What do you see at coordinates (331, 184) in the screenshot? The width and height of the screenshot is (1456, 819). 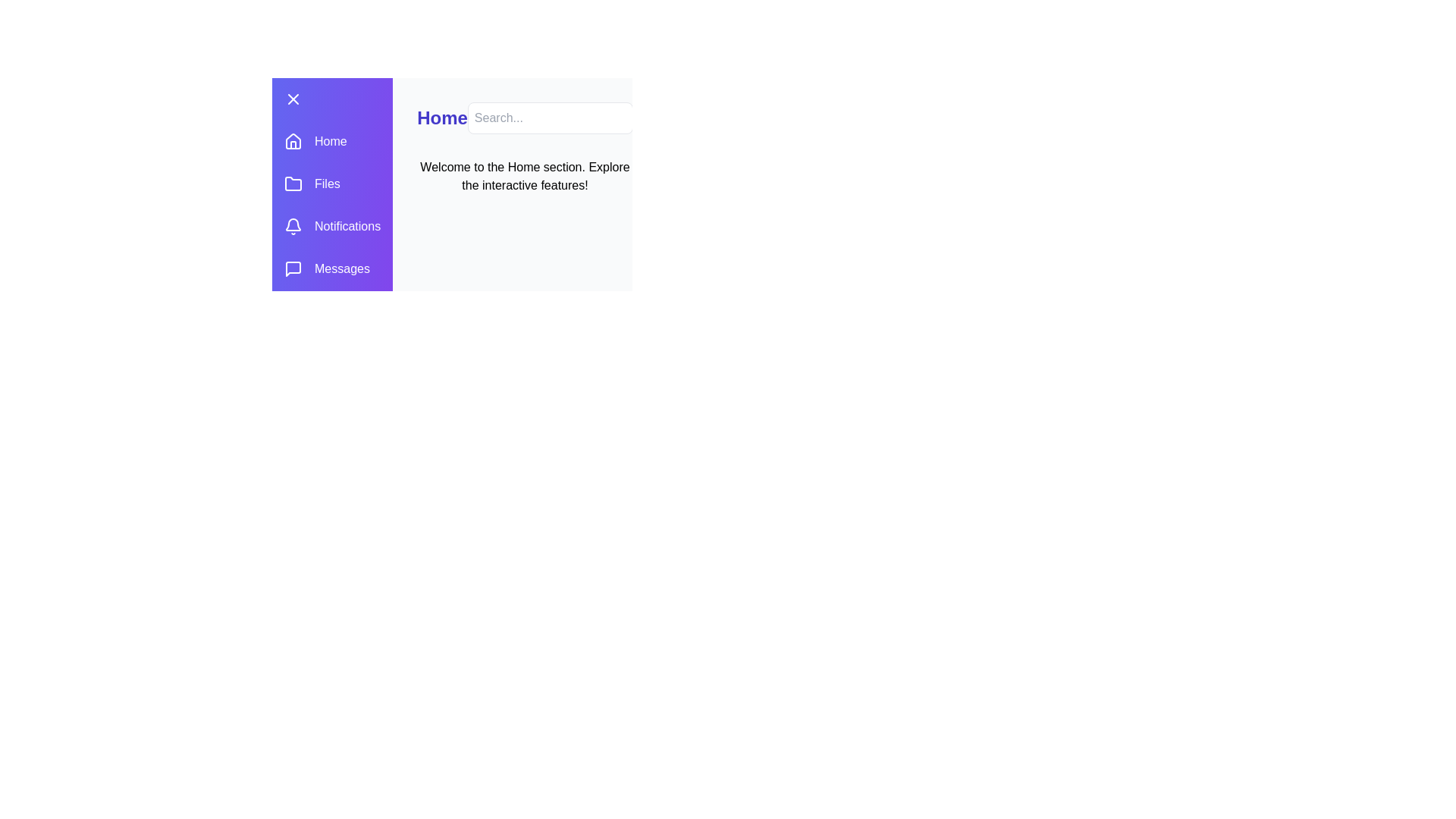 I see `the tab Files from the drawer to navigate to its respective section` at bounding box center [331, 184].